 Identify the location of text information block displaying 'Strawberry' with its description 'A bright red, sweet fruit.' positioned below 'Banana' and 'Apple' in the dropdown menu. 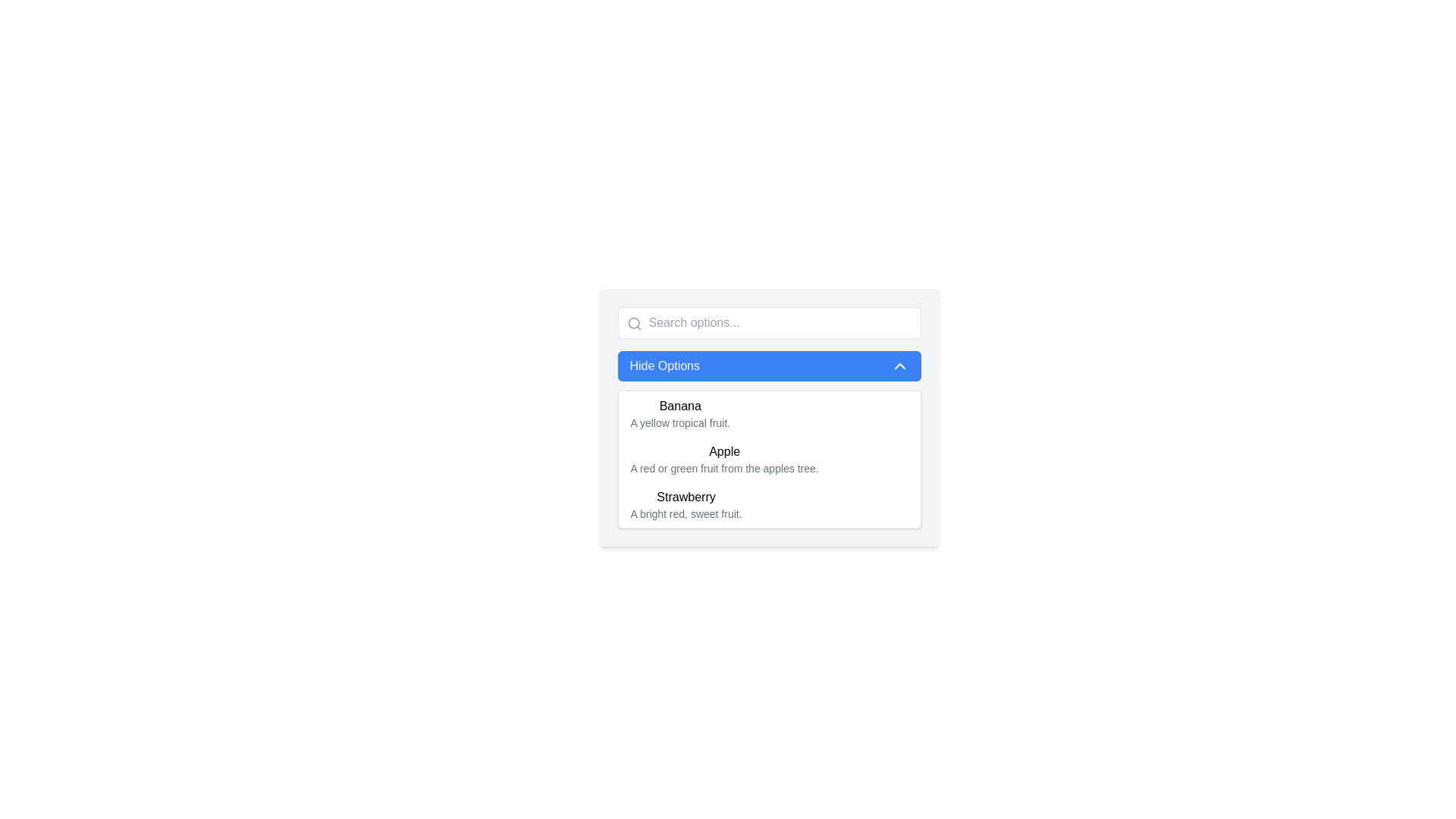
(686, 505).